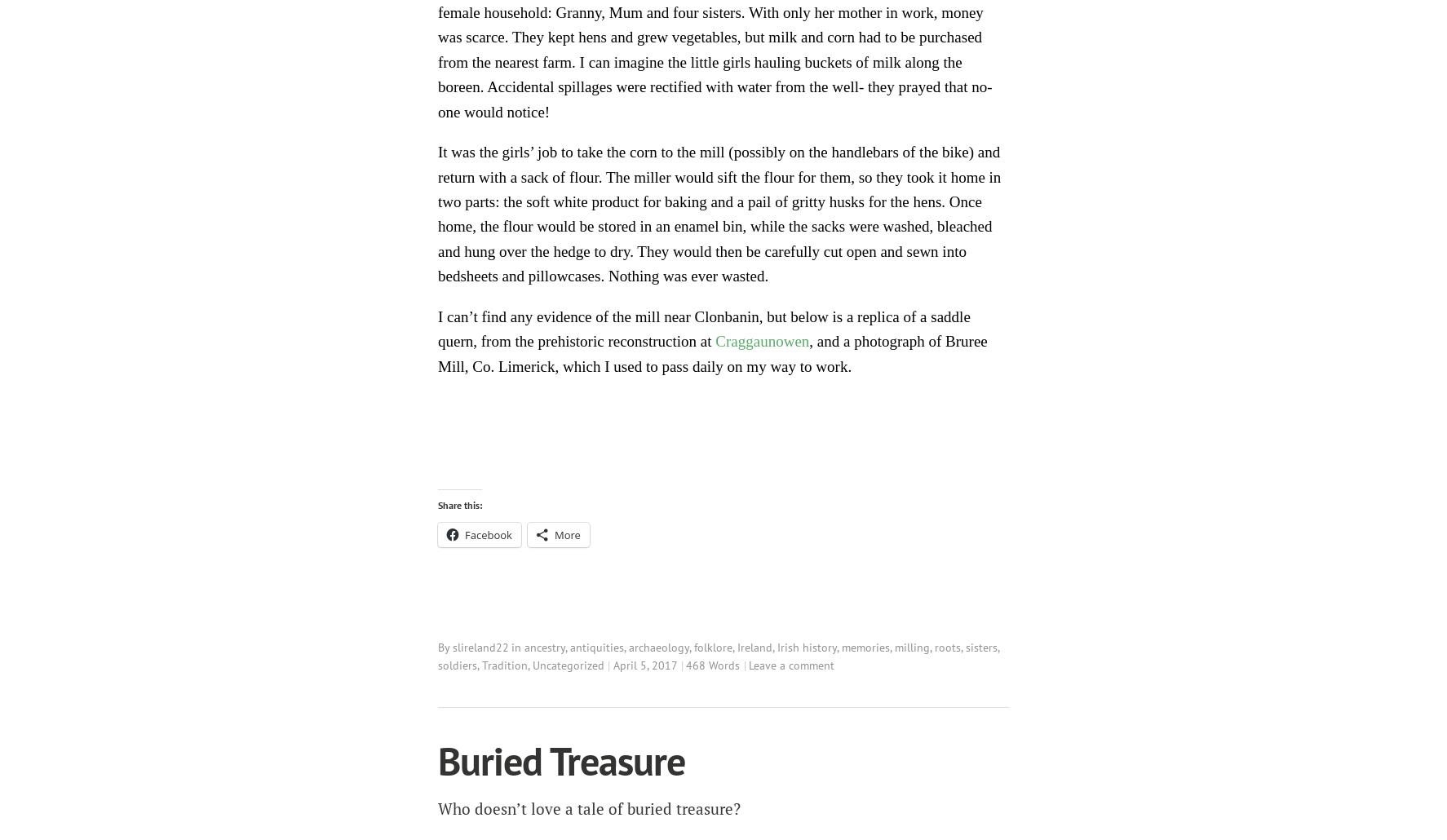  I want to click on 'Share this:', so click(458, 503).